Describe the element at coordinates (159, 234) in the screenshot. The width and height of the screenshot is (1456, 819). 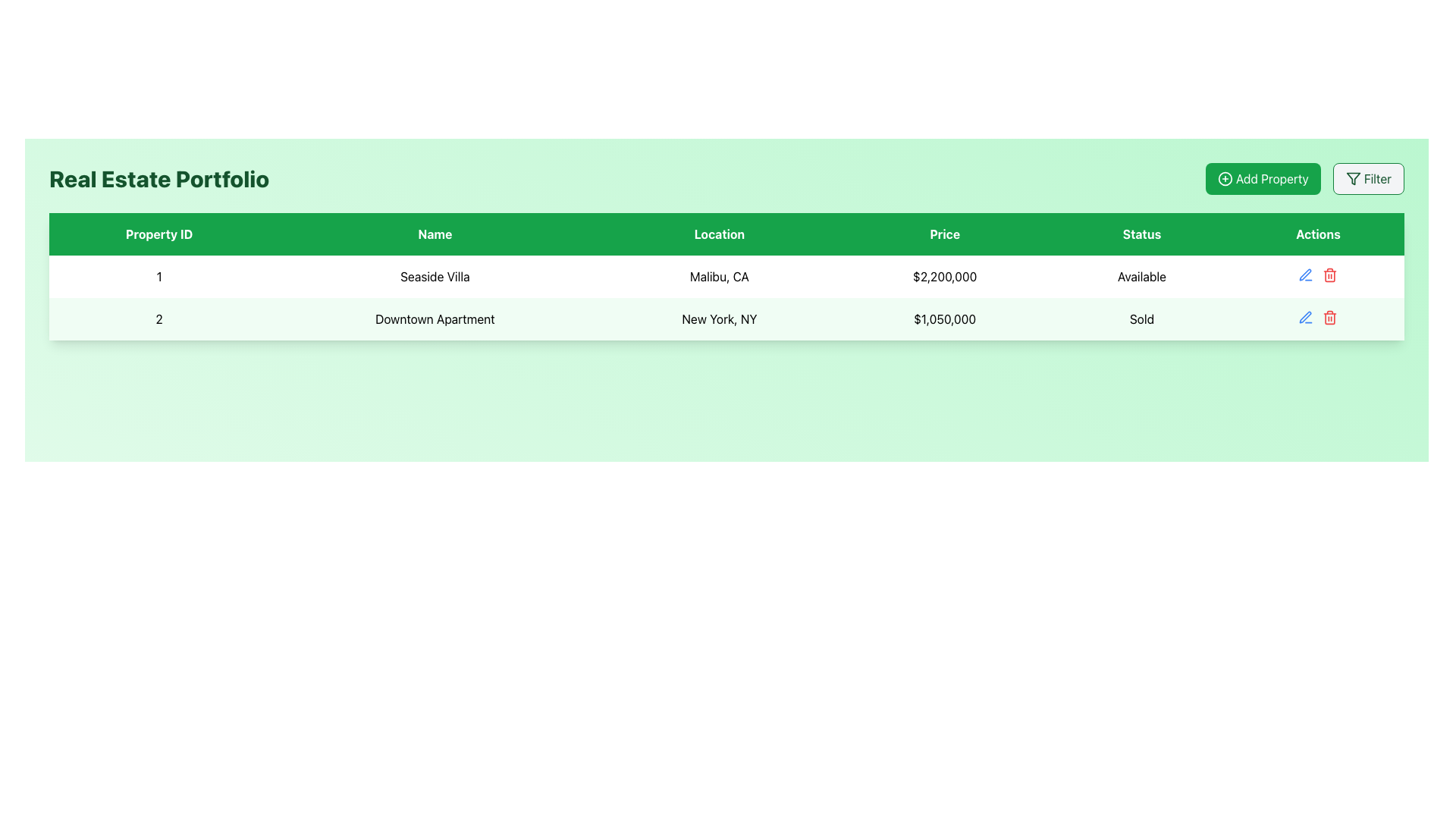
I see `text content of the 'Property ID' column header, which is the first header in the table located at the top left section among headers like 'Name', 'Location', 'Price', 'Status', and 'Actions'` at that location.